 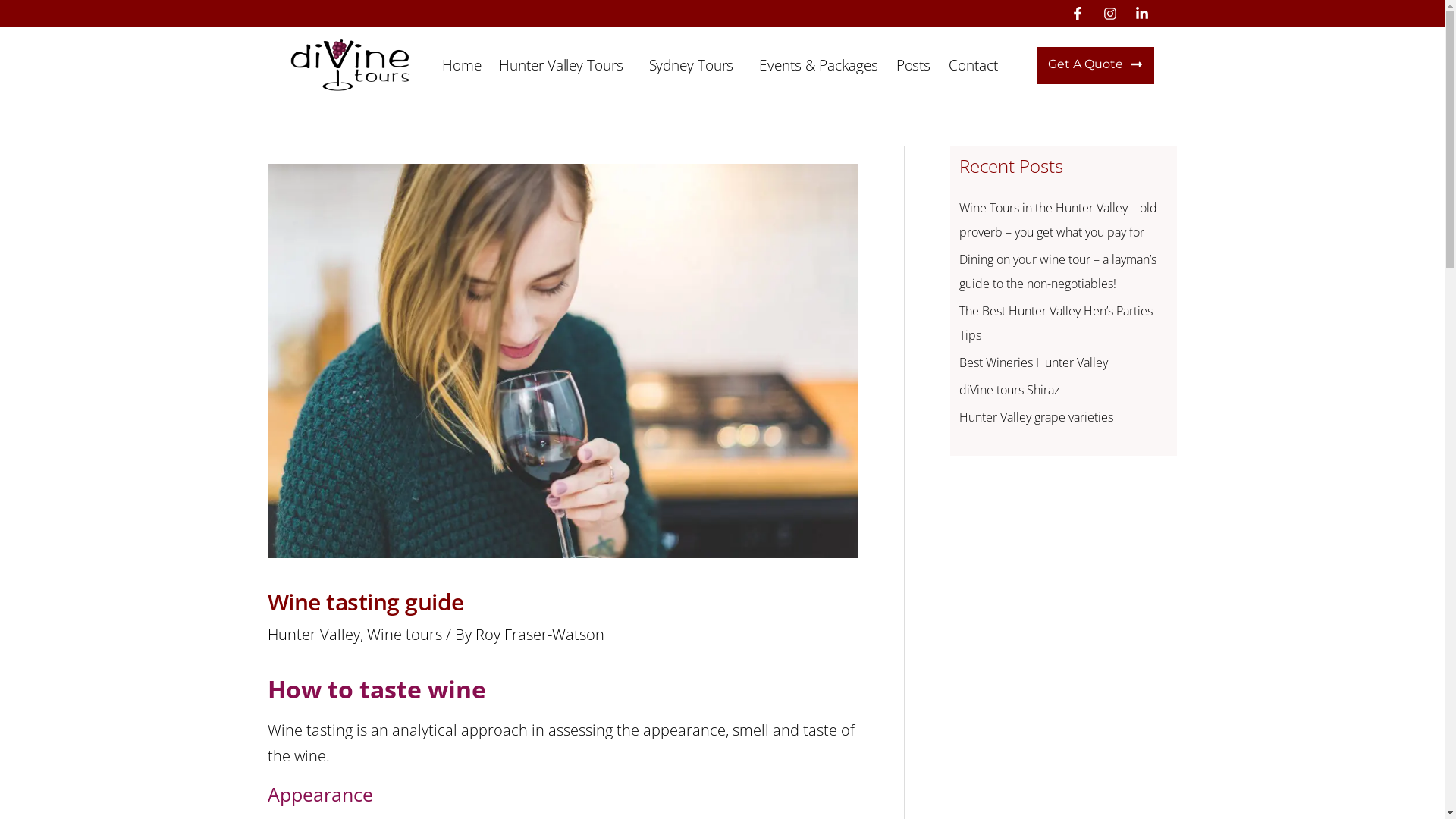 I want to click on 'Wine tours', so click(x=404, y=634).